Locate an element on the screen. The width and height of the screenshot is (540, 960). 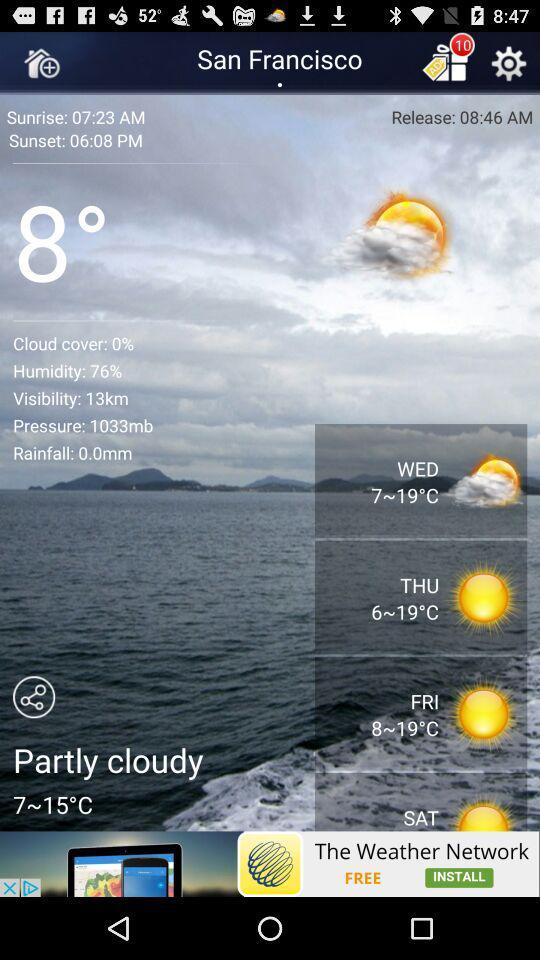
the volume icon is located at coordinates (475, 219).